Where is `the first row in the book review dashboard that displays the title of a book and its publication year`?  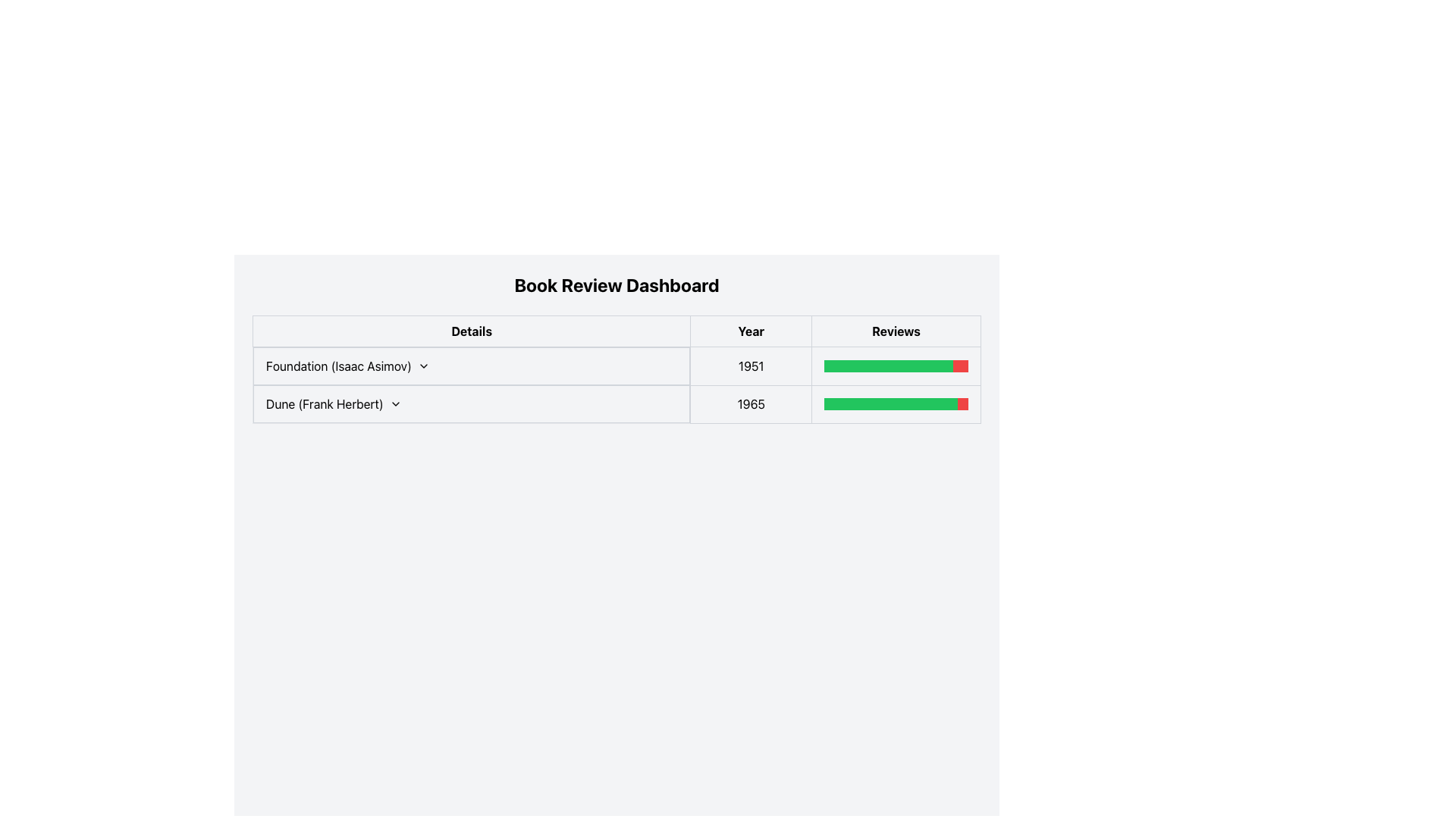
the first row in the book review dashboard that displays the title of a book and its publication year is located at coordinates (617, 366).